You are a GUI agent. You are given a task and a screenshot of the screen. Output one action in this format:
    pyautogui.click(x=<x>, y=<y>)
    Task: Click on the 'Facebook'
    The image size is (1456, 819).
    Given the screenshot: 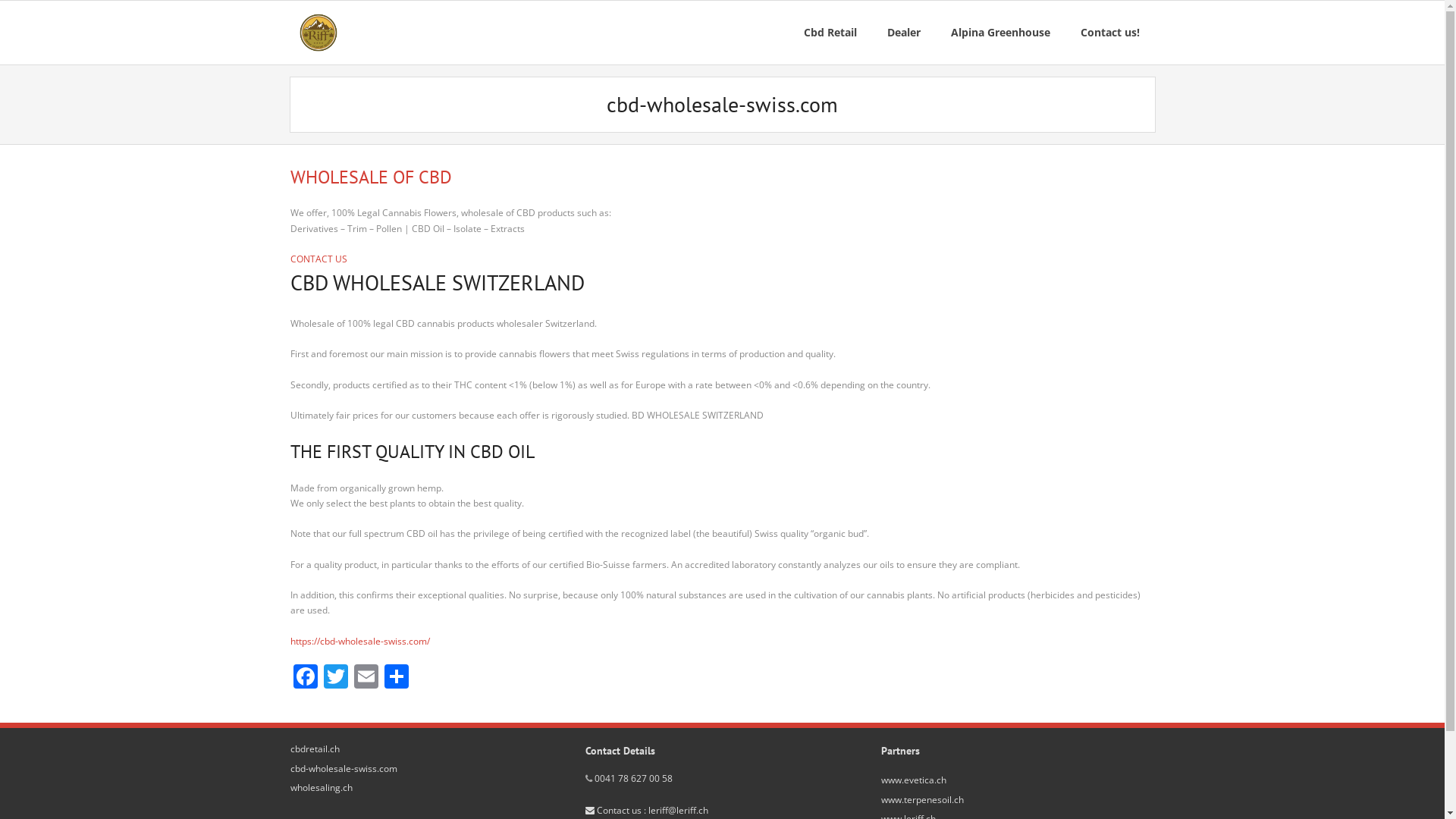 What is the action you would take?
    pyautogui.click(x=304, y=677)
    